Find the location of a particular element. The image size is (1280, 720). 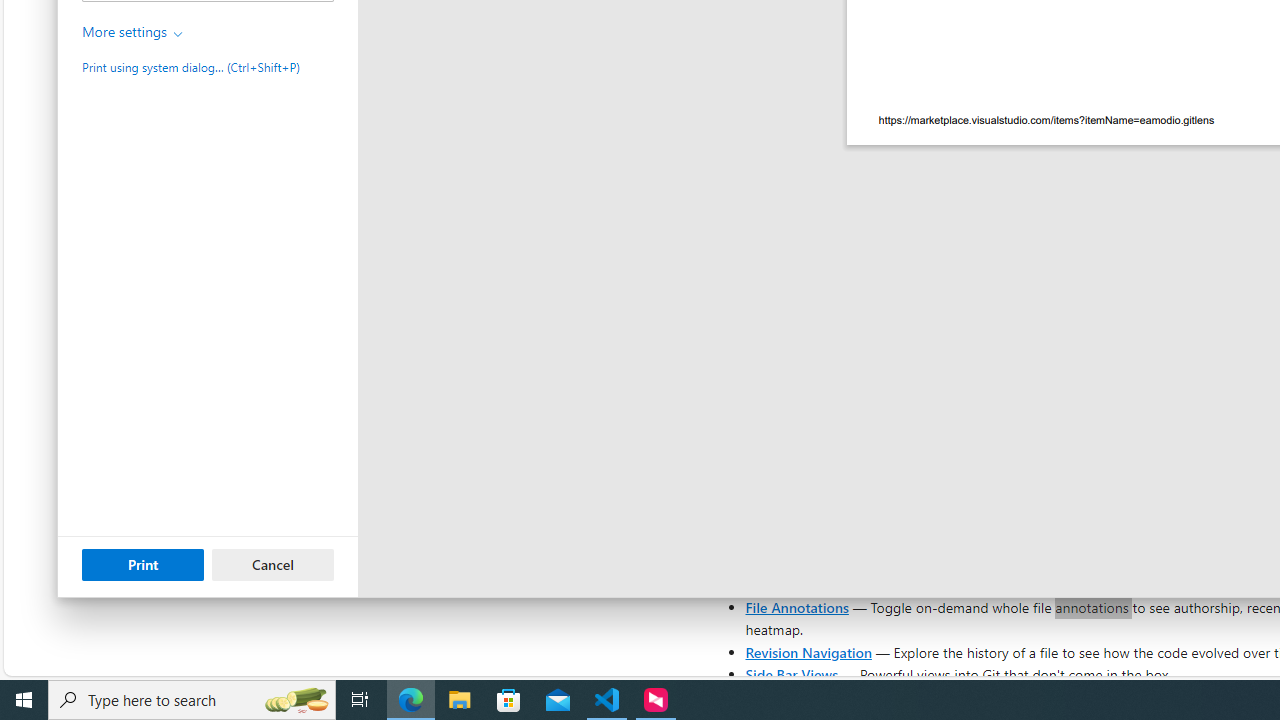

'Class: c0183' is located at coordinates (178, 34).